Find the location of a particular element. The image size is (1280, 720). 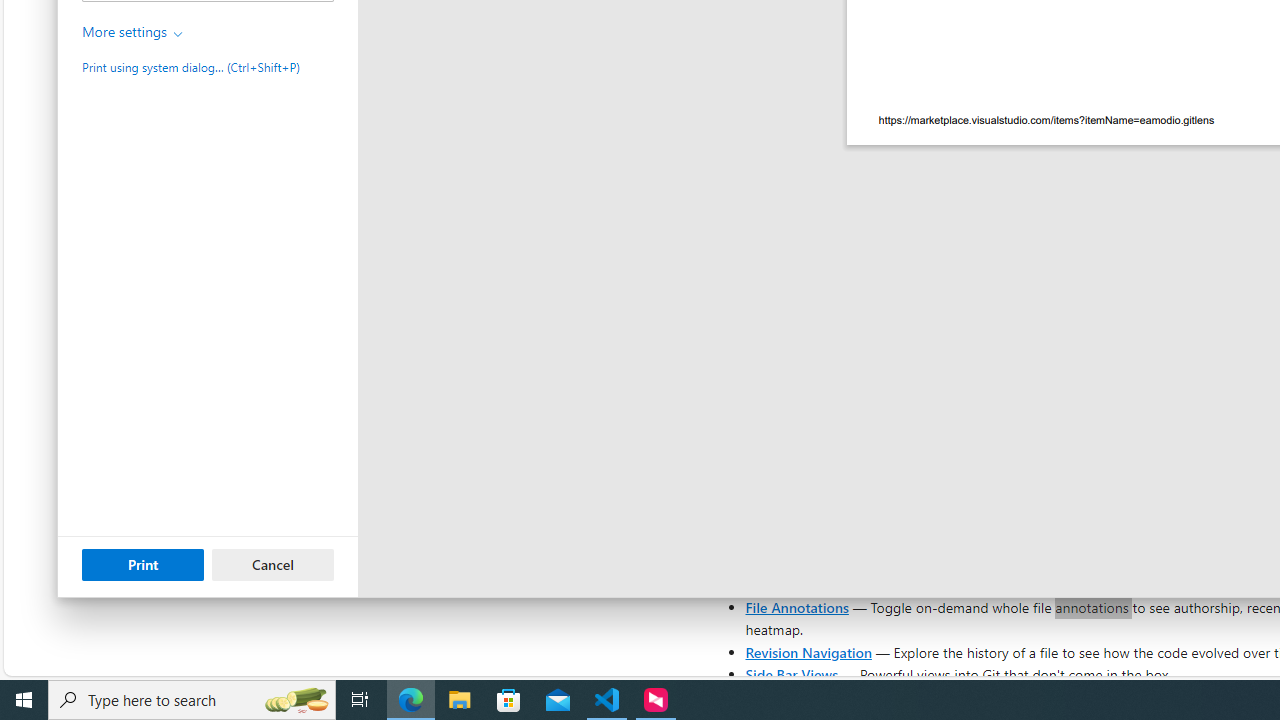

'Class: c0183' is located at coordinates (178, 34).